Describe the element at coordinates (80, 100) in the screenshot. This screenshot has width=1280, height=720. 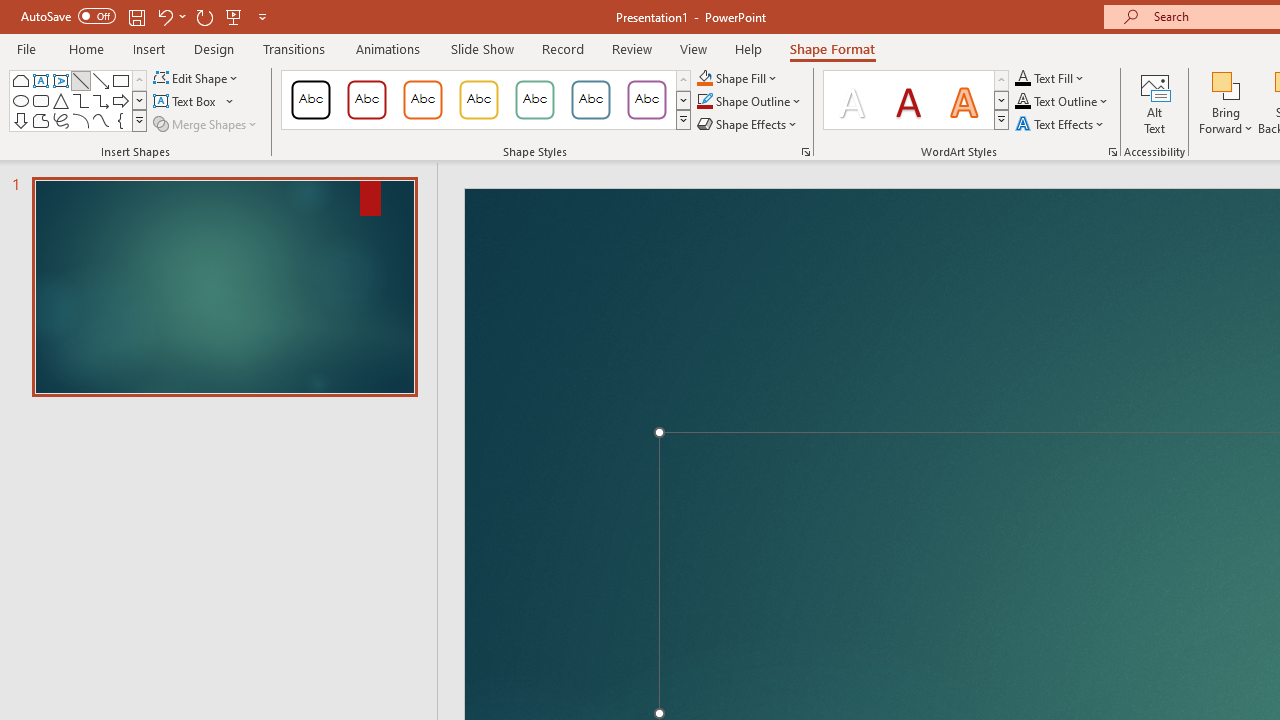
I see `'Connector: Elbow'` at that location.